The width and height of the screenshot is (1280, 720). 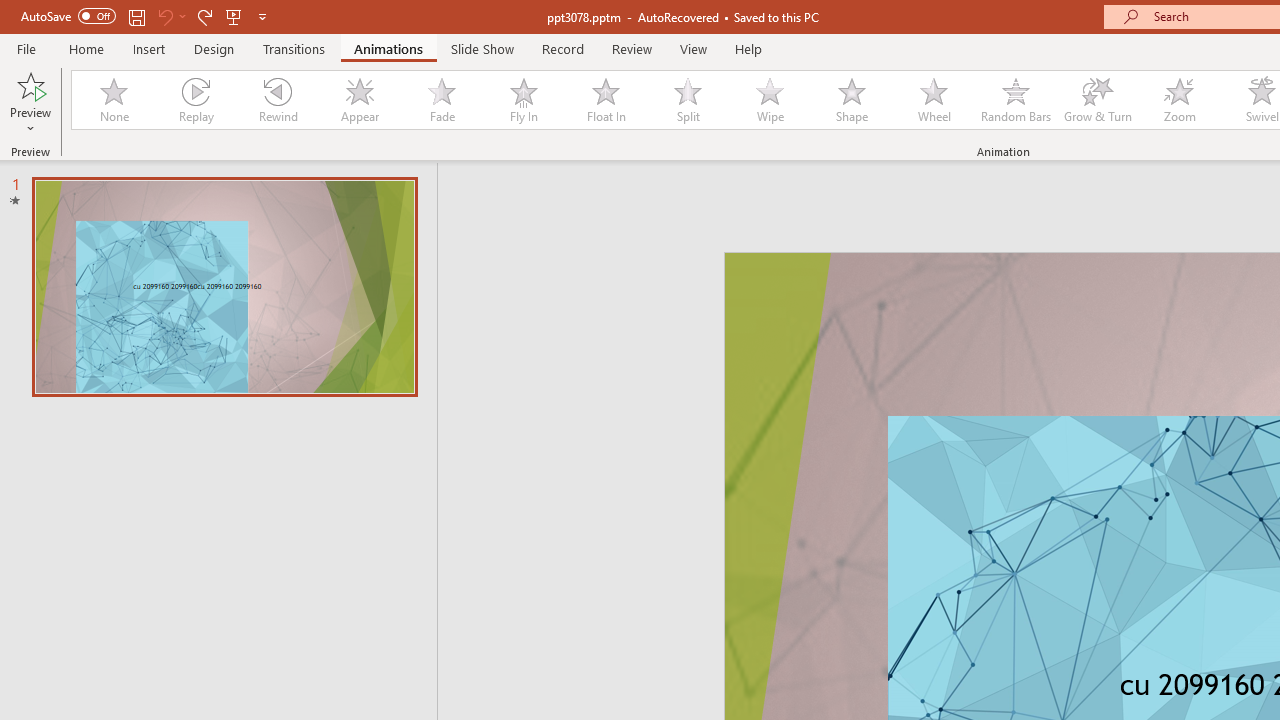 I want to click on 'Rewind', so click(x=276, y=100).